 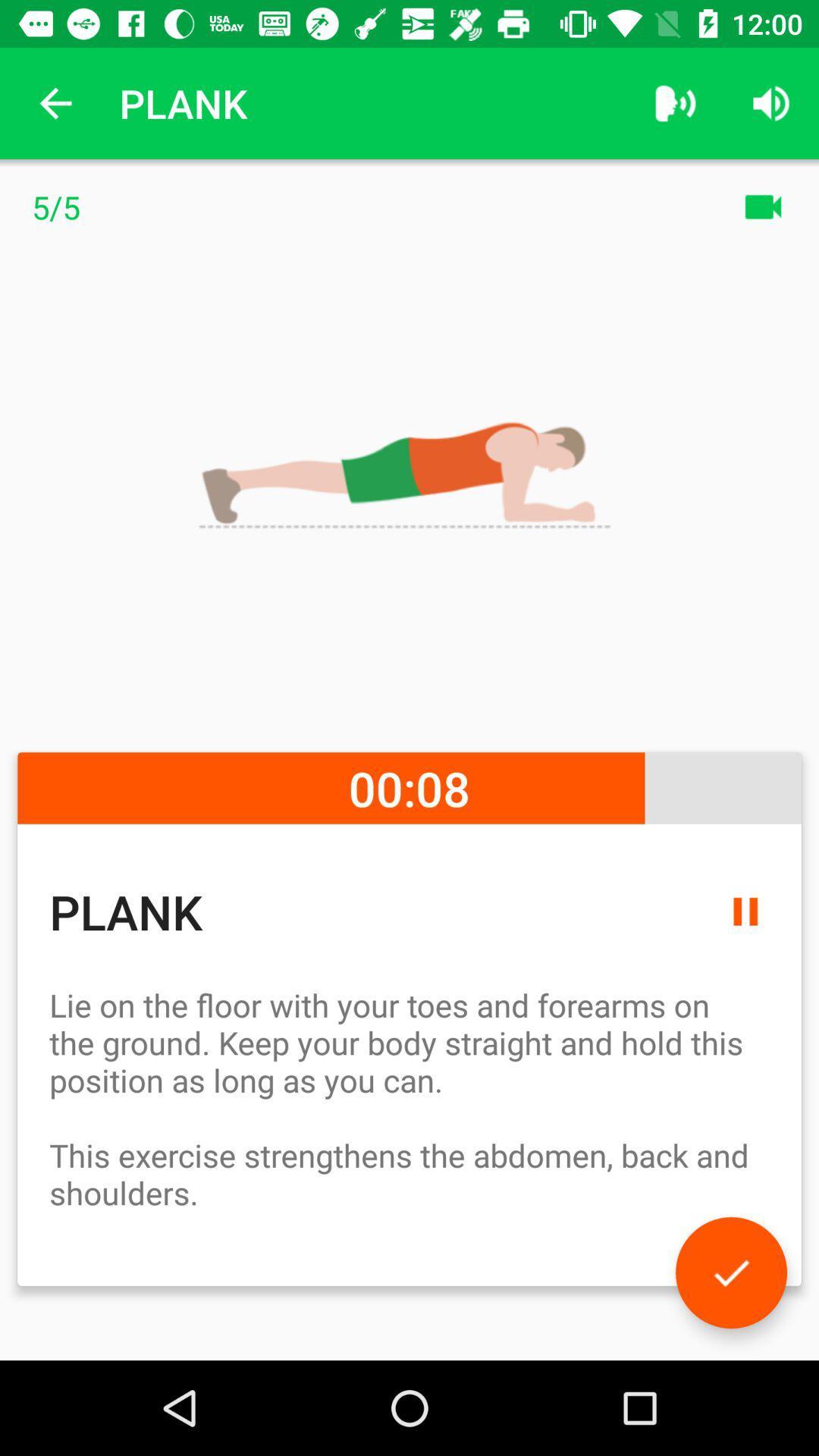 What do you see at coordinates (730, 1272) in the screenshot?
I see `the item at the bottom right corner` at bounding box center [730, 1272].